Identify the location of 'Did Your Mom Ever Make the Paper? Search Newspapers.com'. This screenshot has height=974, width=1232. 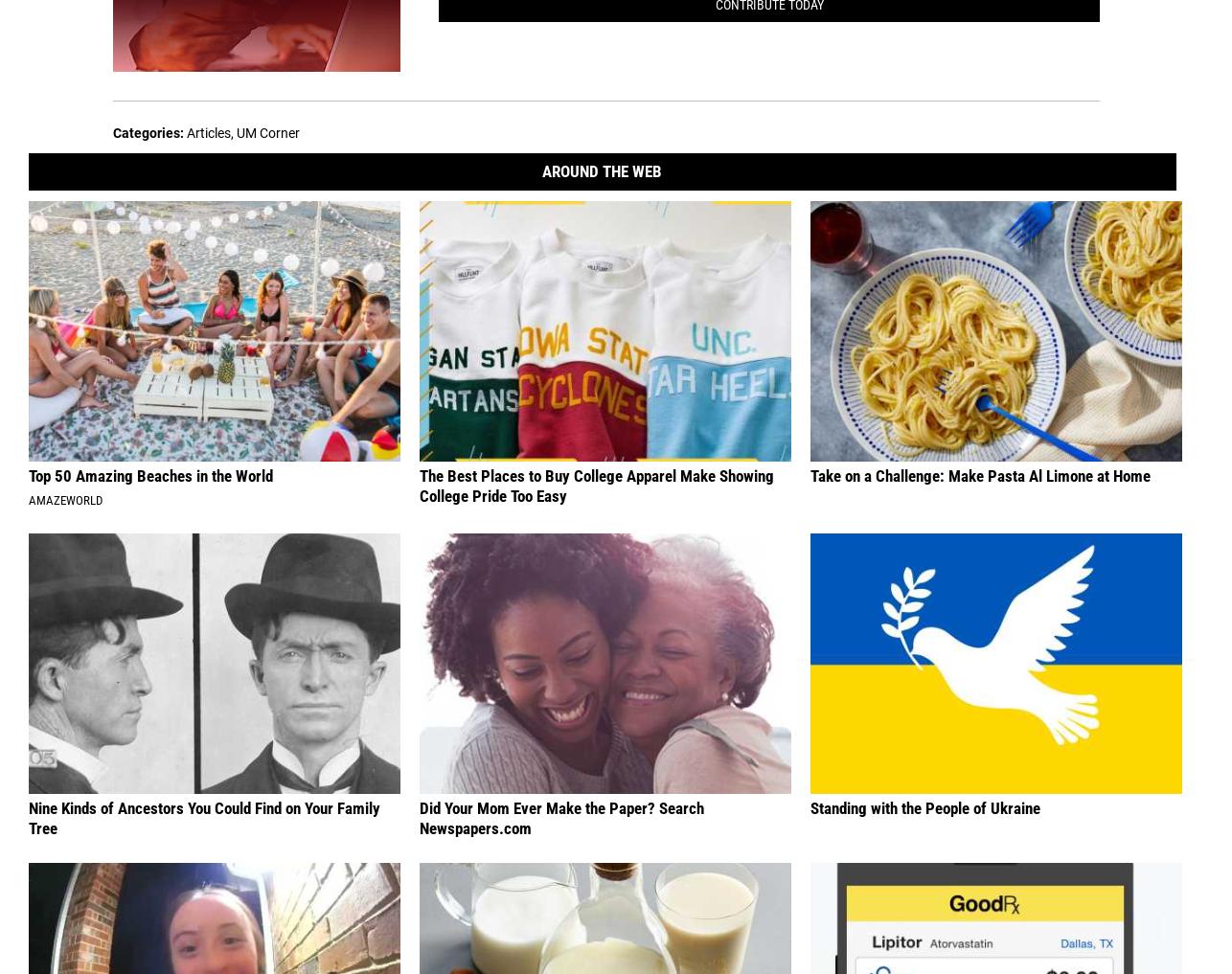
(560, 818).